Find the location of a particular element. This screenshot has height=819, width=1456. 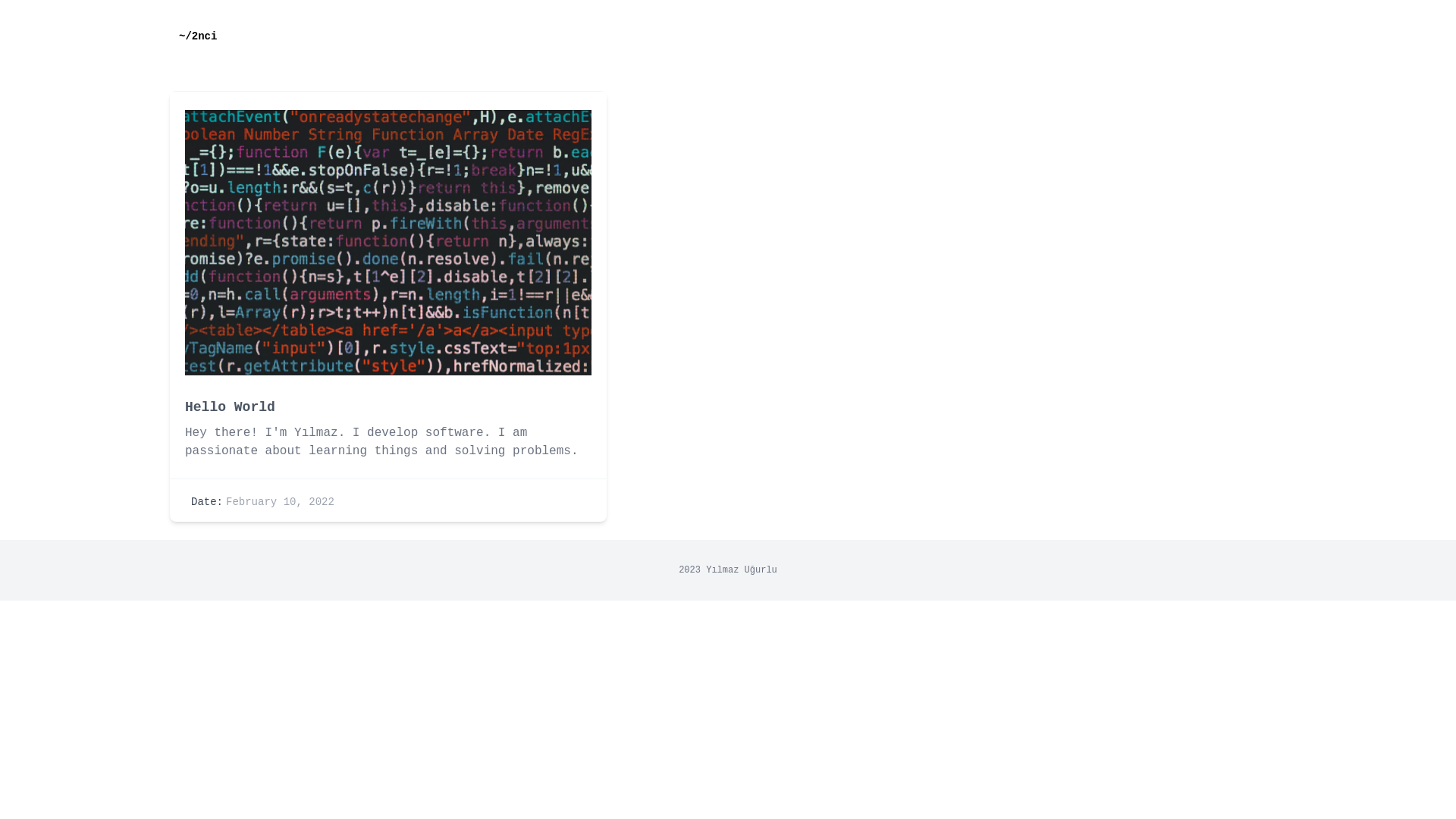

'~/2nci' is located at coordinates (196, 35).